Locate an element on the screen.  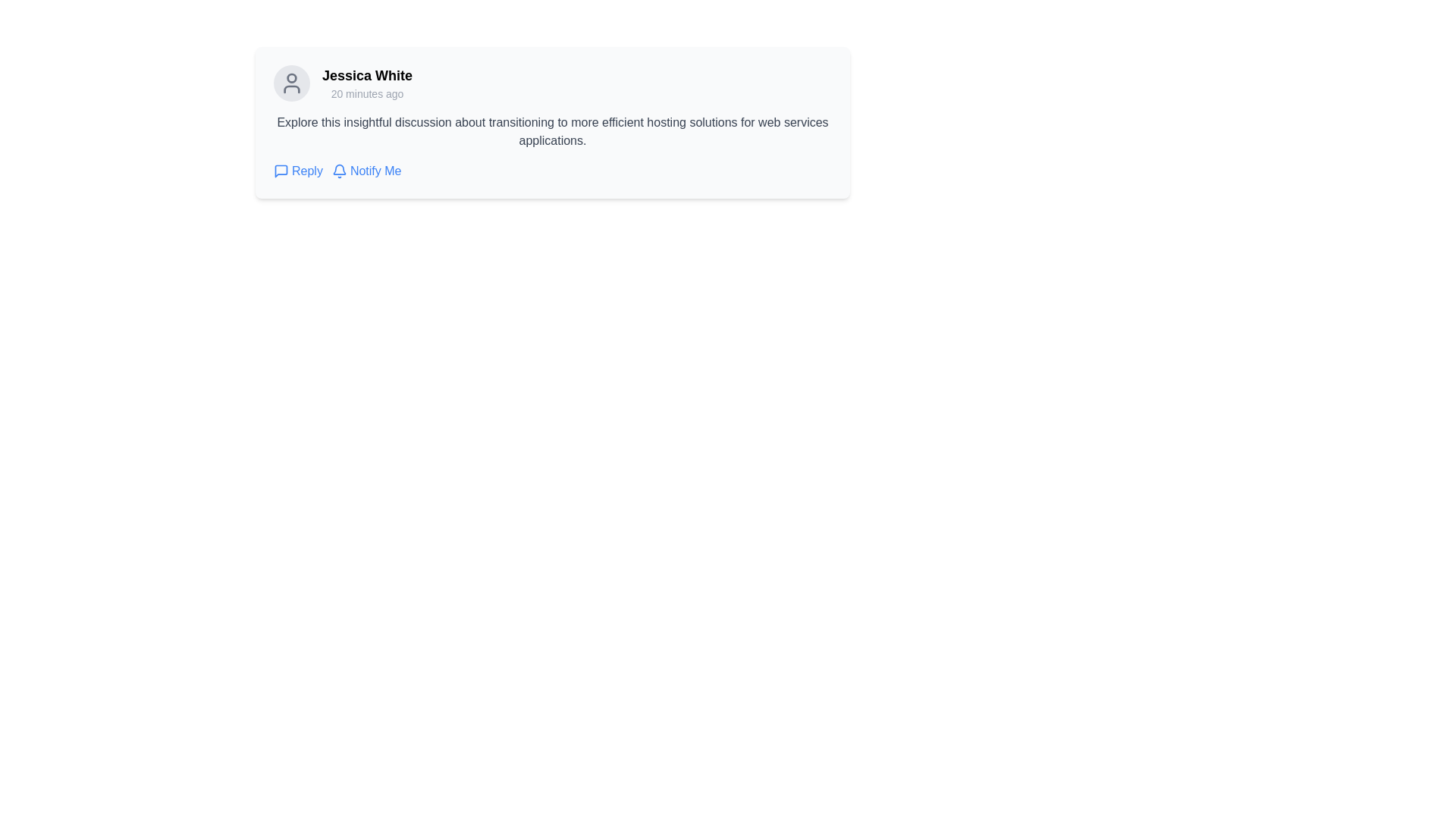
the blue 'Notify Me' button located to the right of the 'Reply' button is located at coordinates (366, 171).